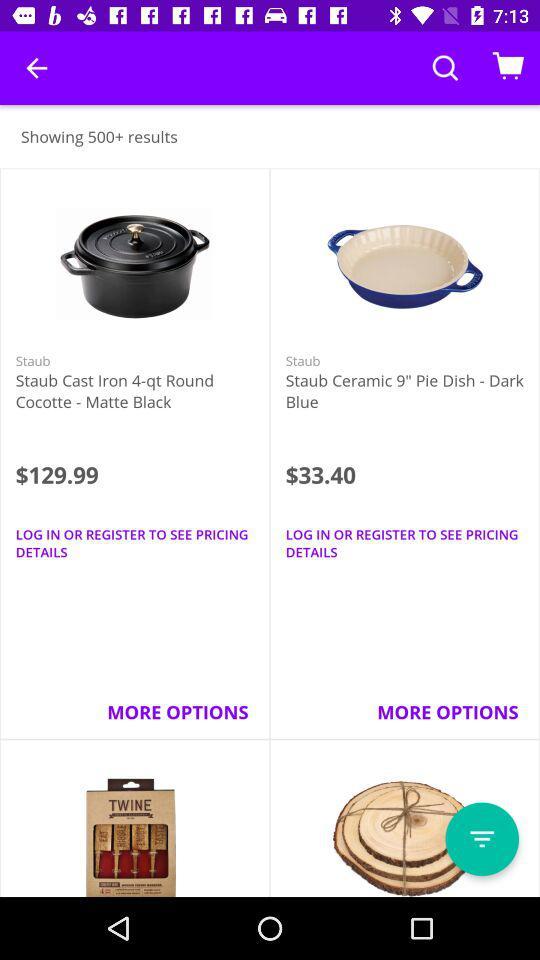 This screenshot has width=540, height=960. What do you see at coordinates (481, 839) in the screenshot?
I see `page down` at bounding box center [481, 839].